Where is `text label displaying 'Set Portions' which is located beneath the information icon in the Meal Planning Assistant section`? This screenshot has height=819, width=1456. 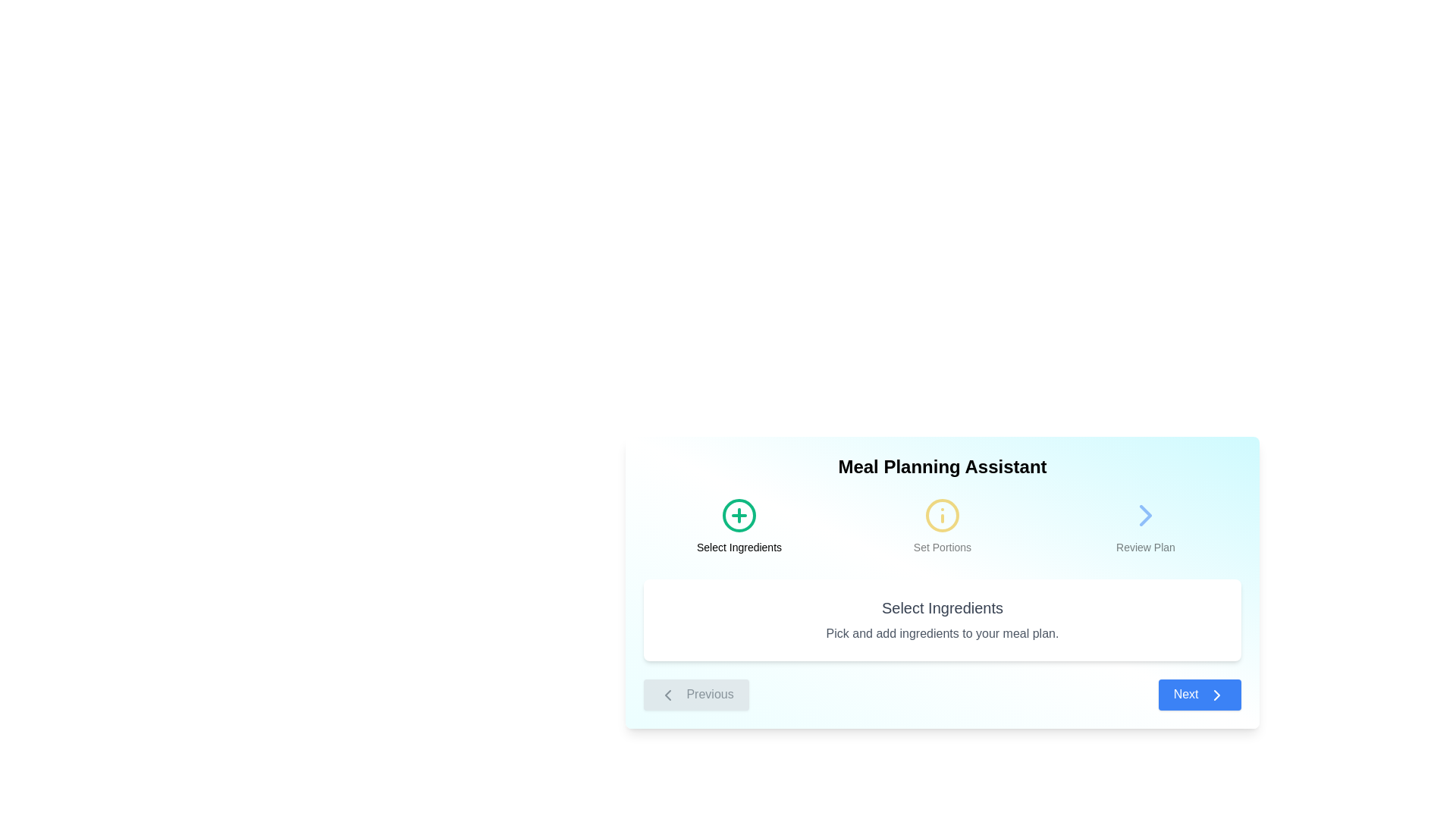
text label displaying 'Set Portions' which is located beneath the information icon in the Meal Planning Assistant section is located at coordinates (942, 547).